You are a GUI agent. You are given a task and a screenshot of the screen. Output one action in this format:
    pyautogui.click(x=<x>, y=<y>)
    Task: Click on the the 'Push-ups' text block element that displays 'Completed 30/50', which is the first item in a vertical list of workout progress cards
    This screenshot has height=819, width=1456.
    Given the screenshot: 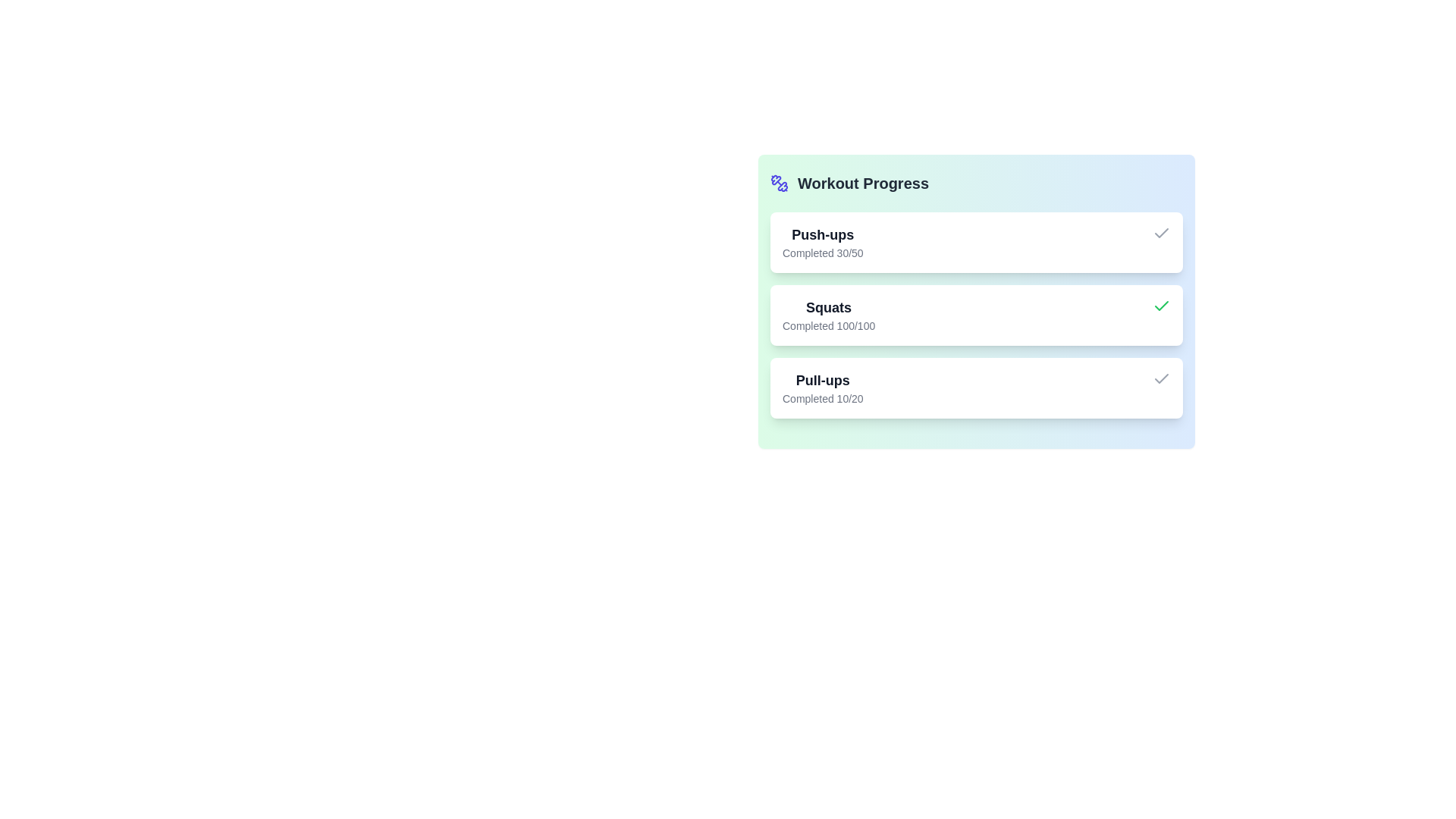 What is the action you would take?
    pyautogui.click(x=822, y=242)
    